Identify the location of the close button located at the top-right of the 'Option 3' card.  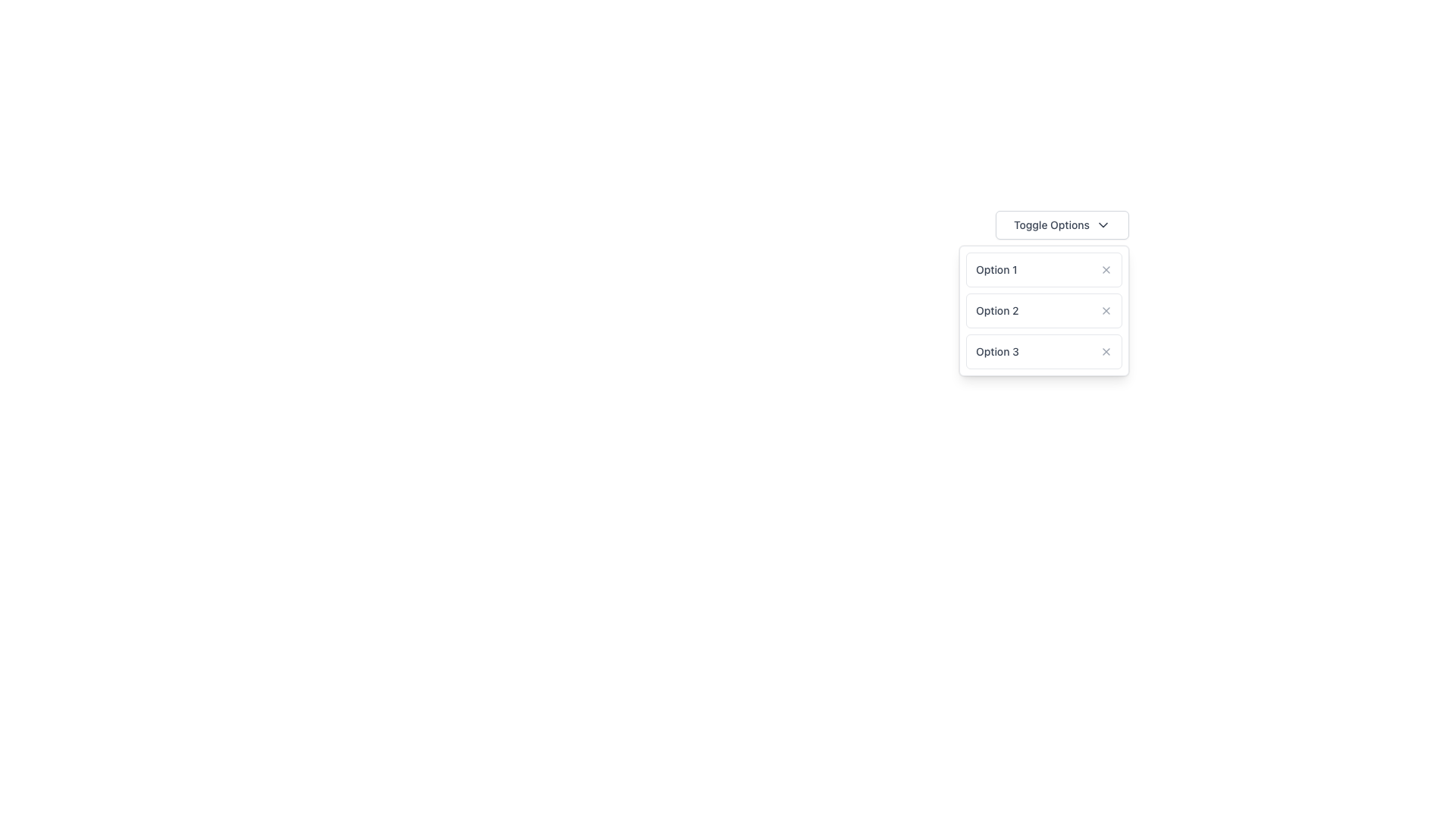
(1106, 351).